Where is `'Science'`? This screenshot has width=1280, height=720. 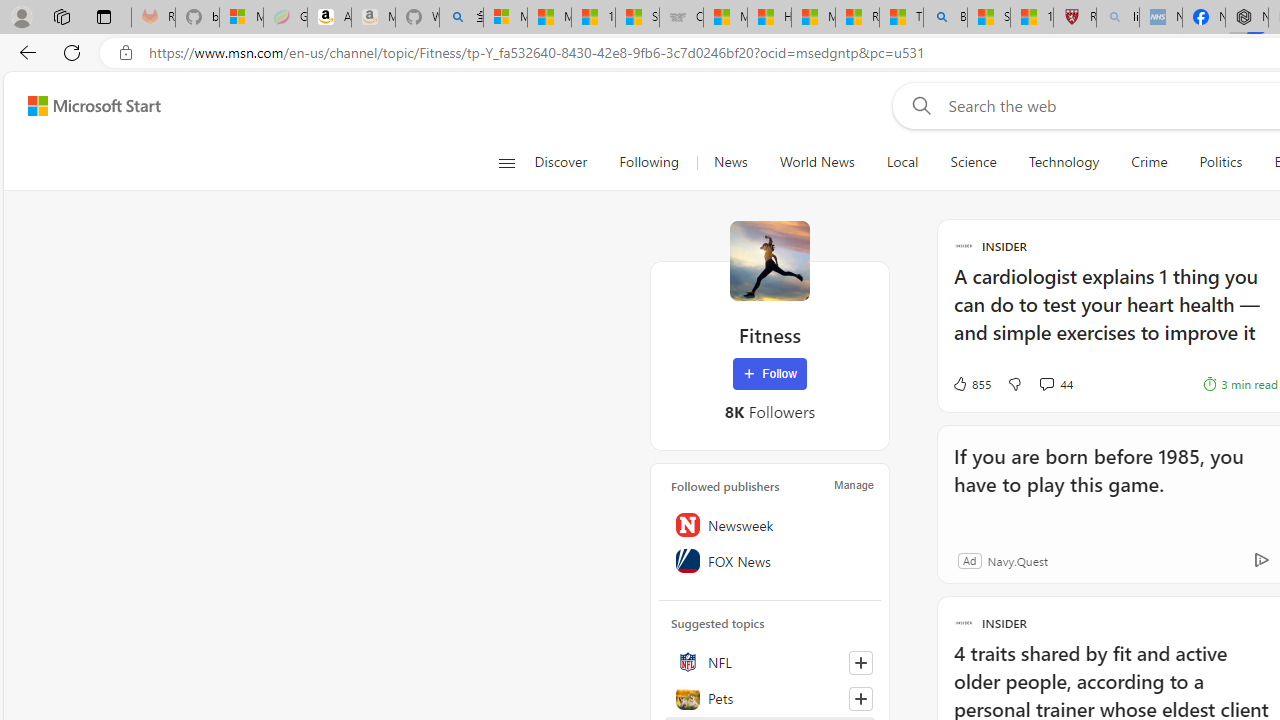
'Science' is located at coordinates (973, 162).